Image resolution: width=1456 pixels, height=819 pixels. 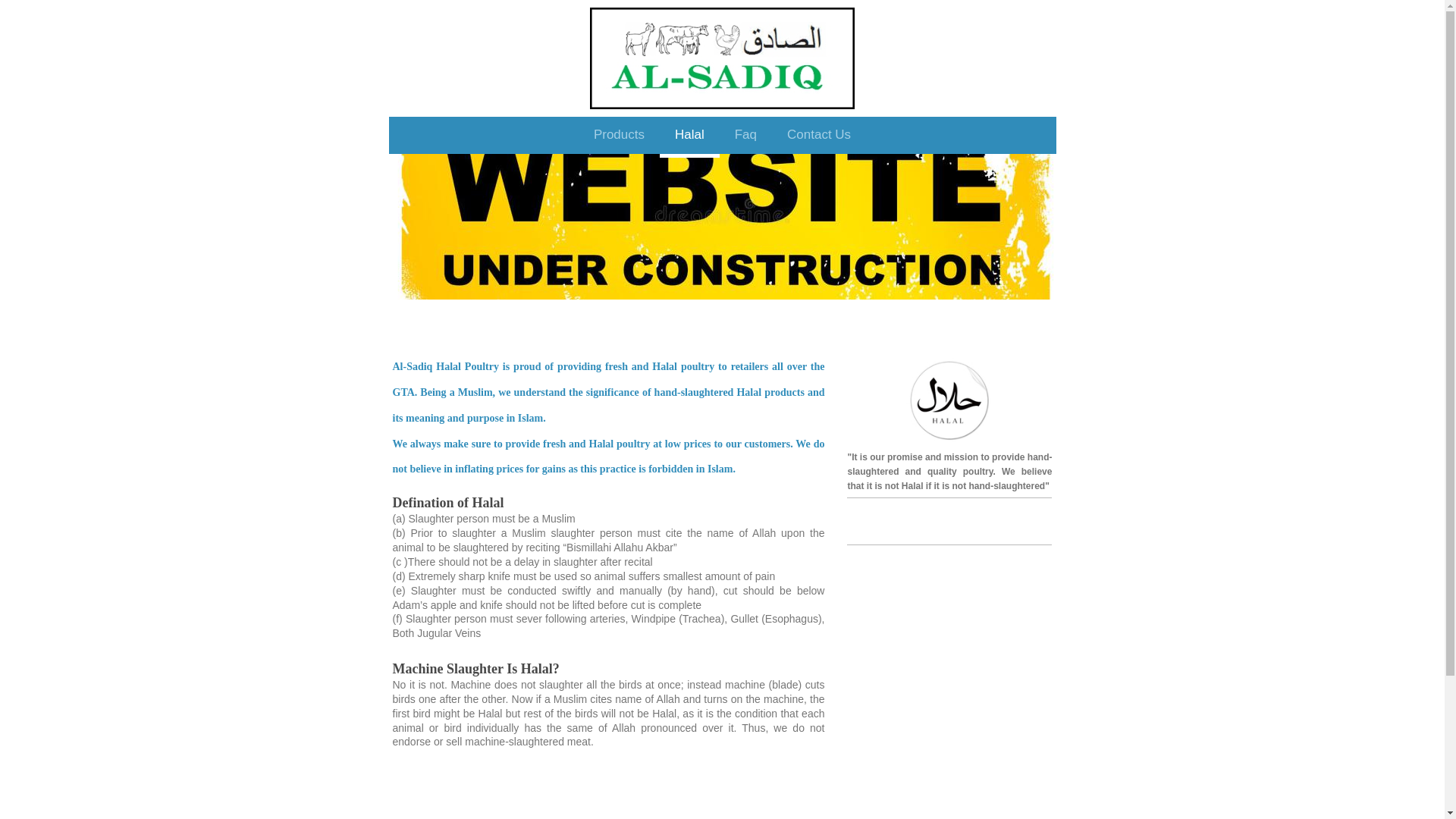 I want to click on 'Products', so click(x=619, y=137).